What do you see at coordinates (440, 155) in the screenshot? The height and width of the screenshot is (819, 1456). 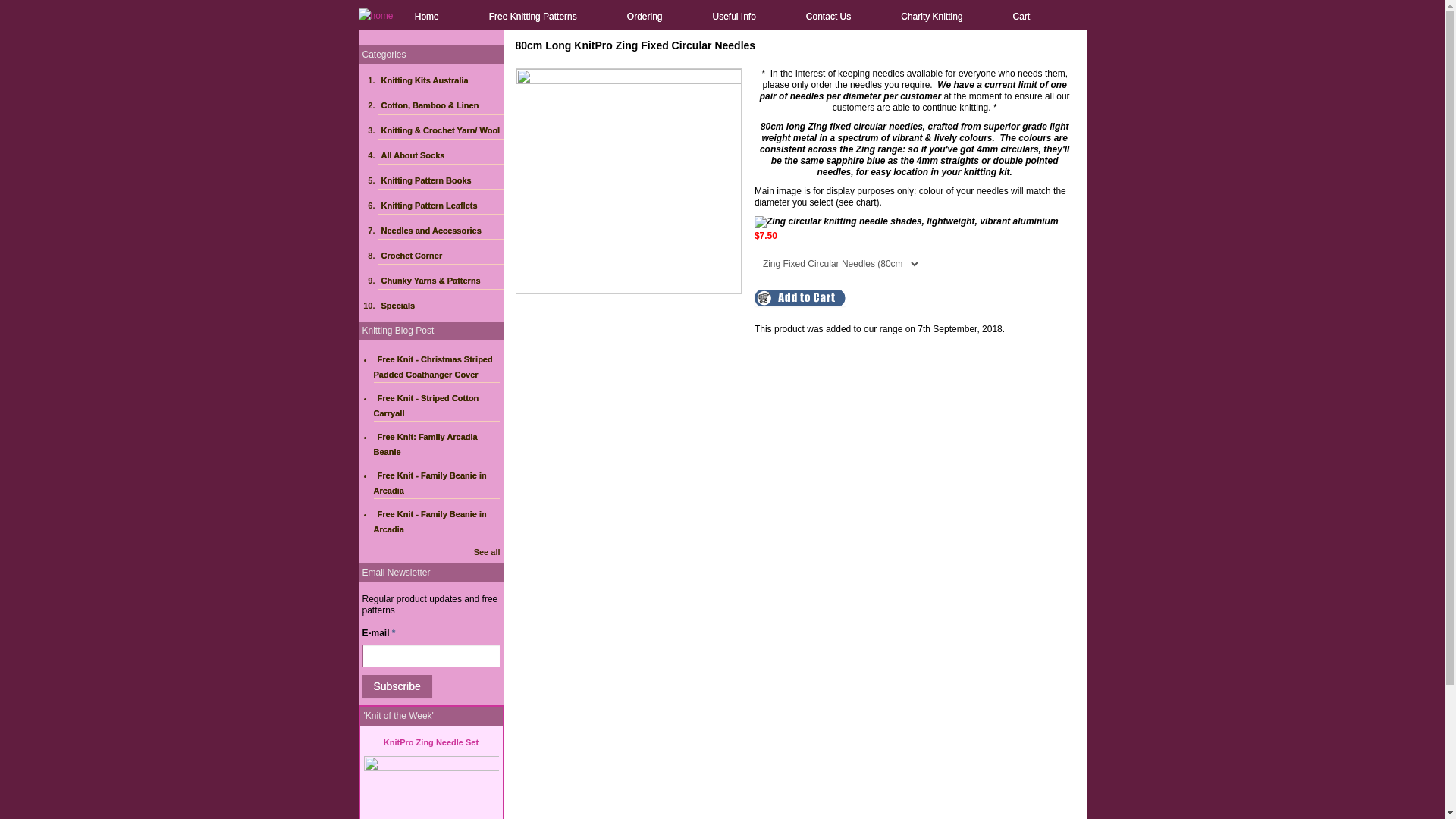 I see `'All About Socks'` at bounding box center [440, 155].